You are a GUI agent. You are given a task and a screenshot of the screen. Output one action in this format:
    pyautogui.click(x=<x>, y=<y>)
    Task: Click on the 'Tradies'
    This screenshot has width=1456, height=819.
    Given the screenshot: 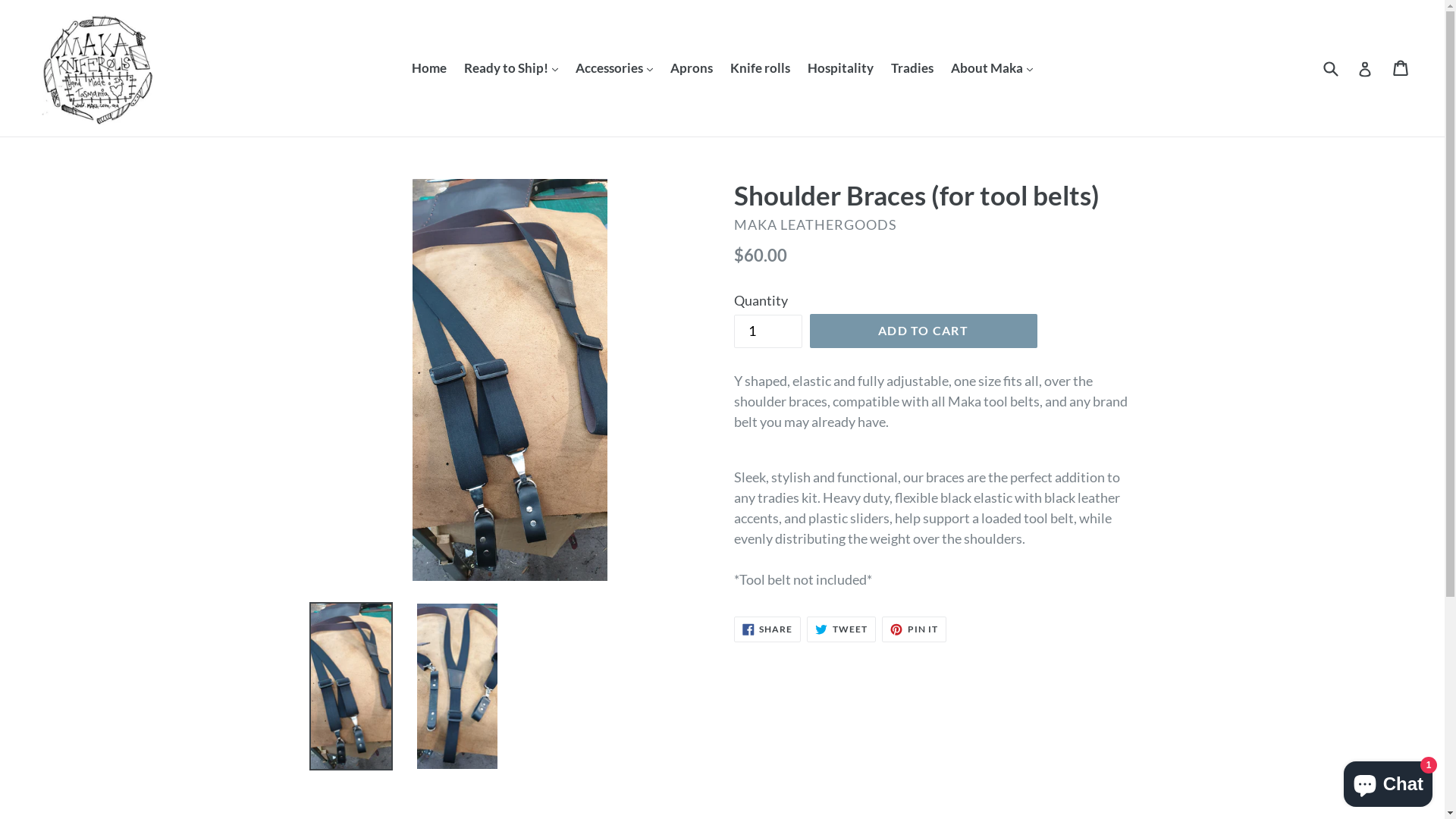 What is the action you would take?
    pyautogui.click(x=883, y=67)
    